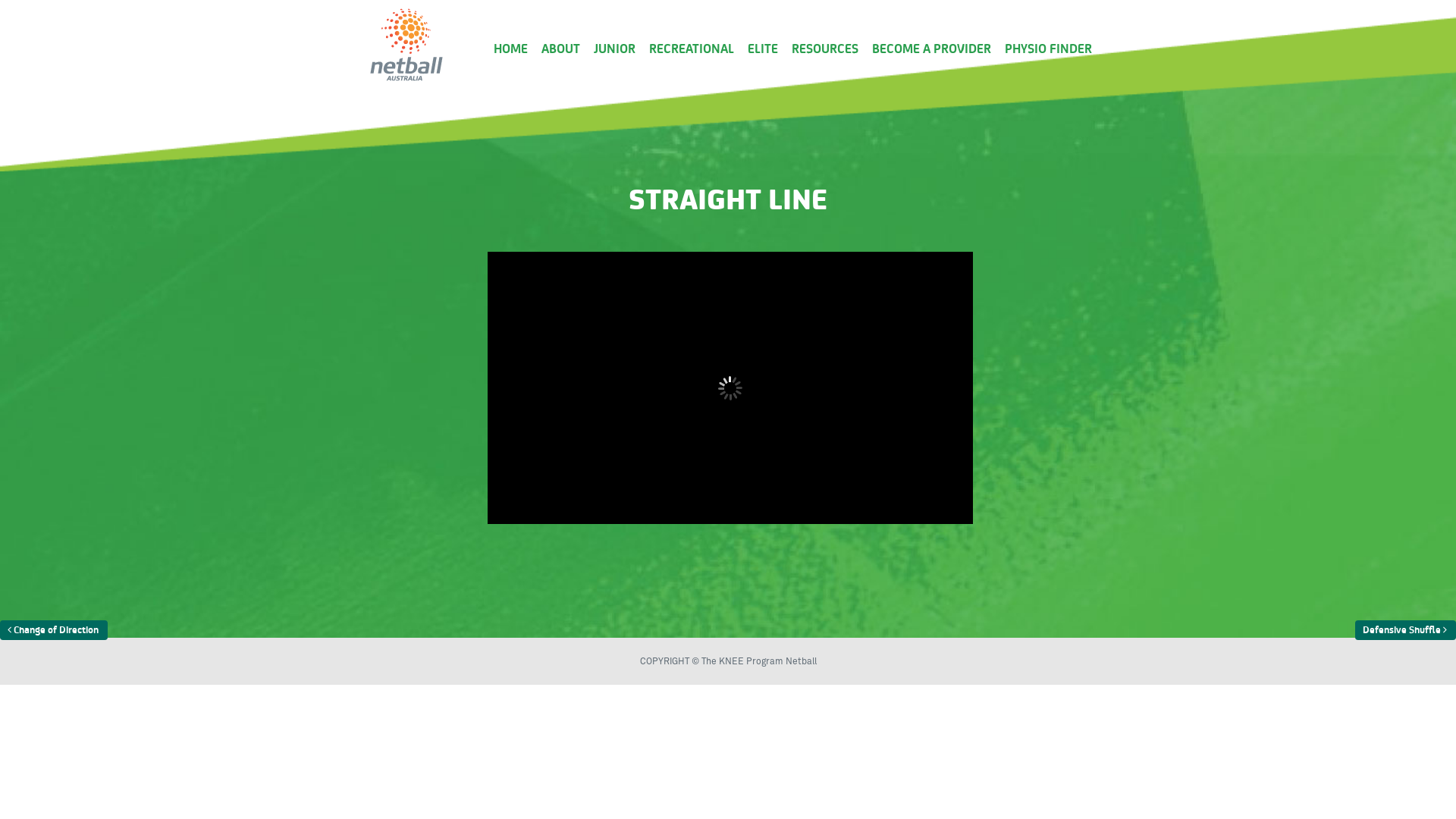 This screenshot has height=819, width=1456. I want to click on 'Change of Direction', so click(54, 629).